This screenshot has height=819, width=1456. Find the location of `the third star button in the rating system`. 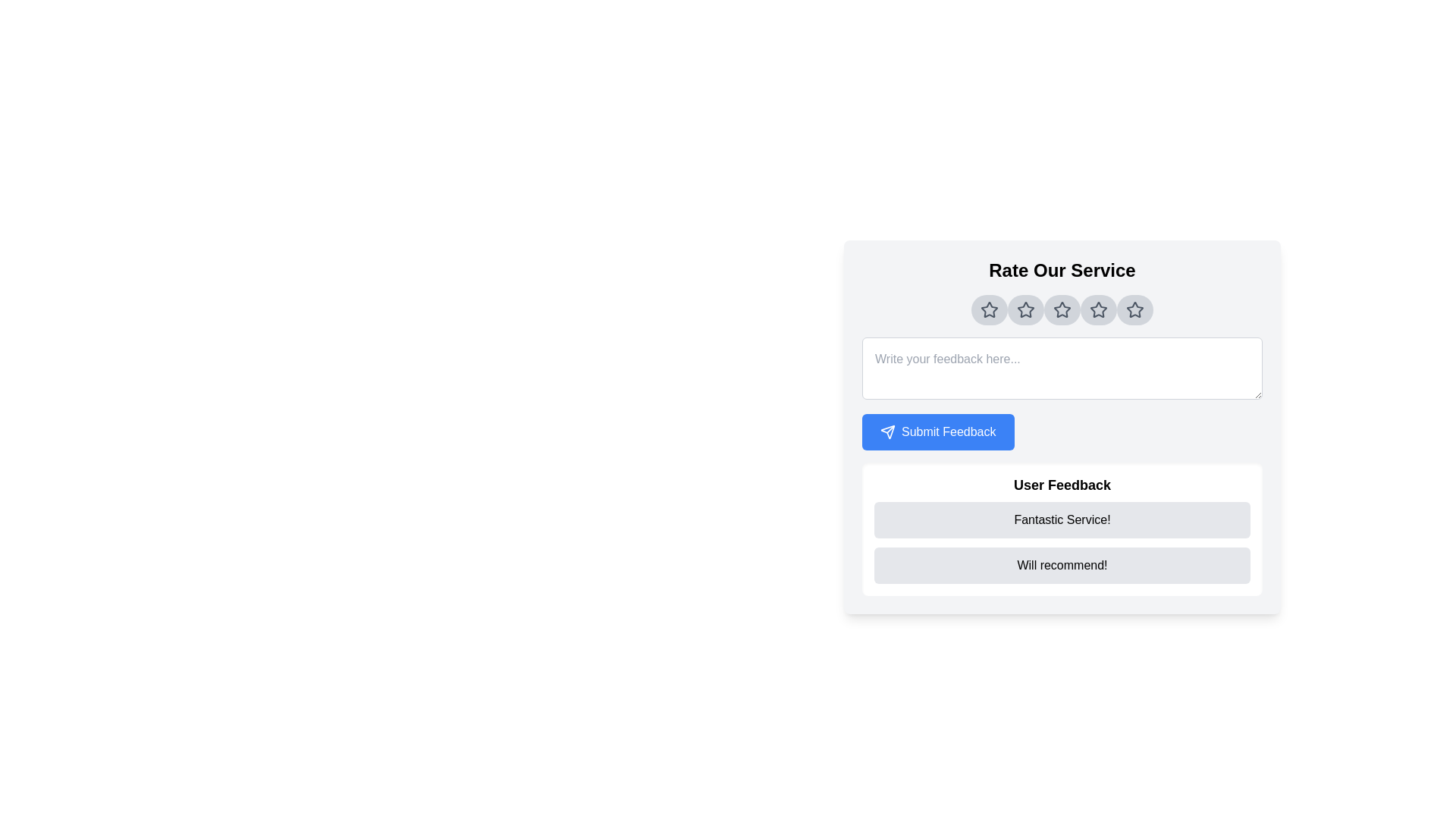

the third star button in the rating system is located at coordinates (1062, 309).